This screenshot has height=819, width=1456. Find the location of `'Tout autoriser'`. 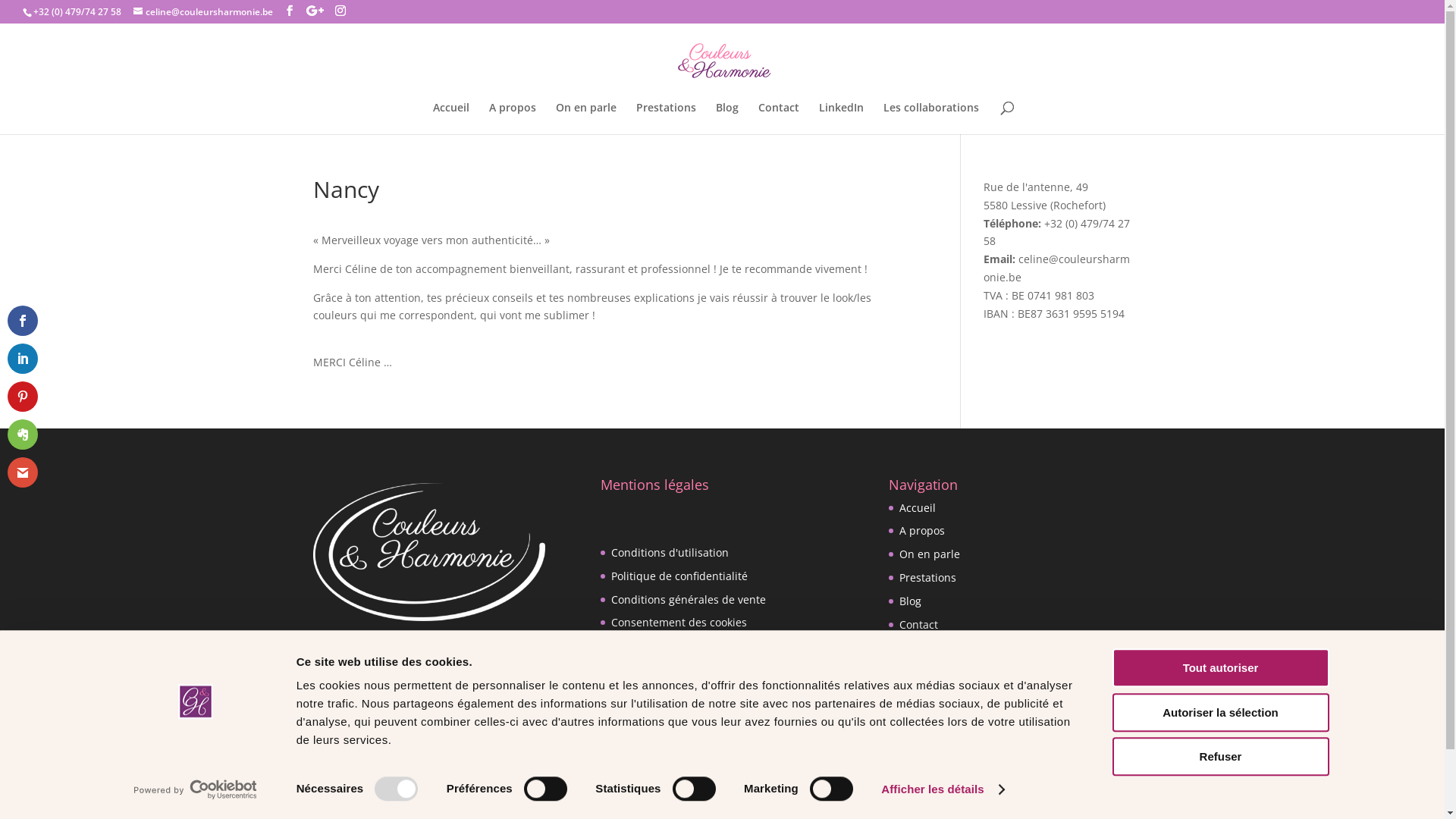

'Tout autoriser' is located at coordinates (1219, 667).